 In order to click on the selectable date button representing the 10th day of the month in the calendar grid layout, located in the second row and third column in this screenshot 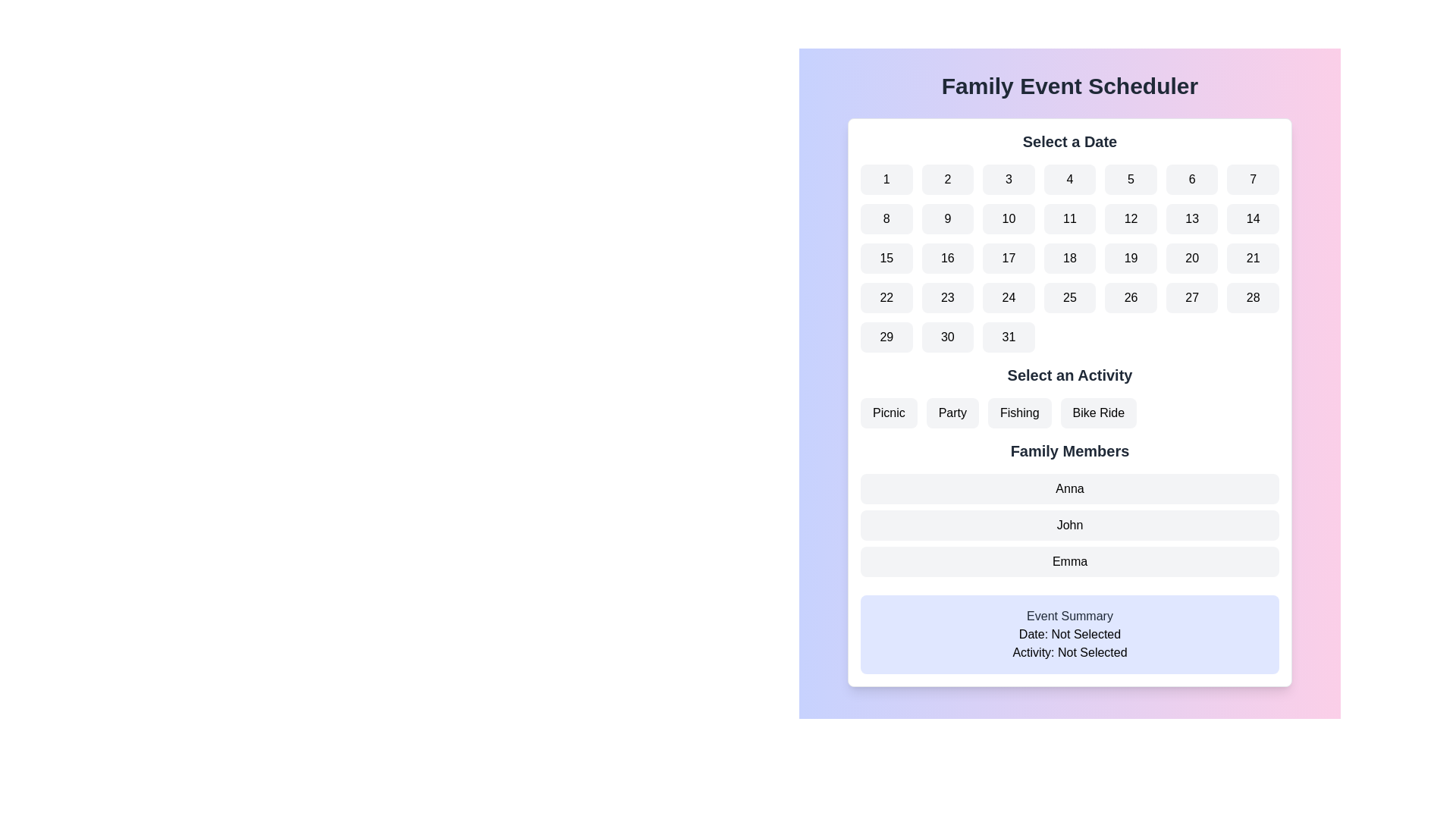, I will do `click(1009, 219)`.